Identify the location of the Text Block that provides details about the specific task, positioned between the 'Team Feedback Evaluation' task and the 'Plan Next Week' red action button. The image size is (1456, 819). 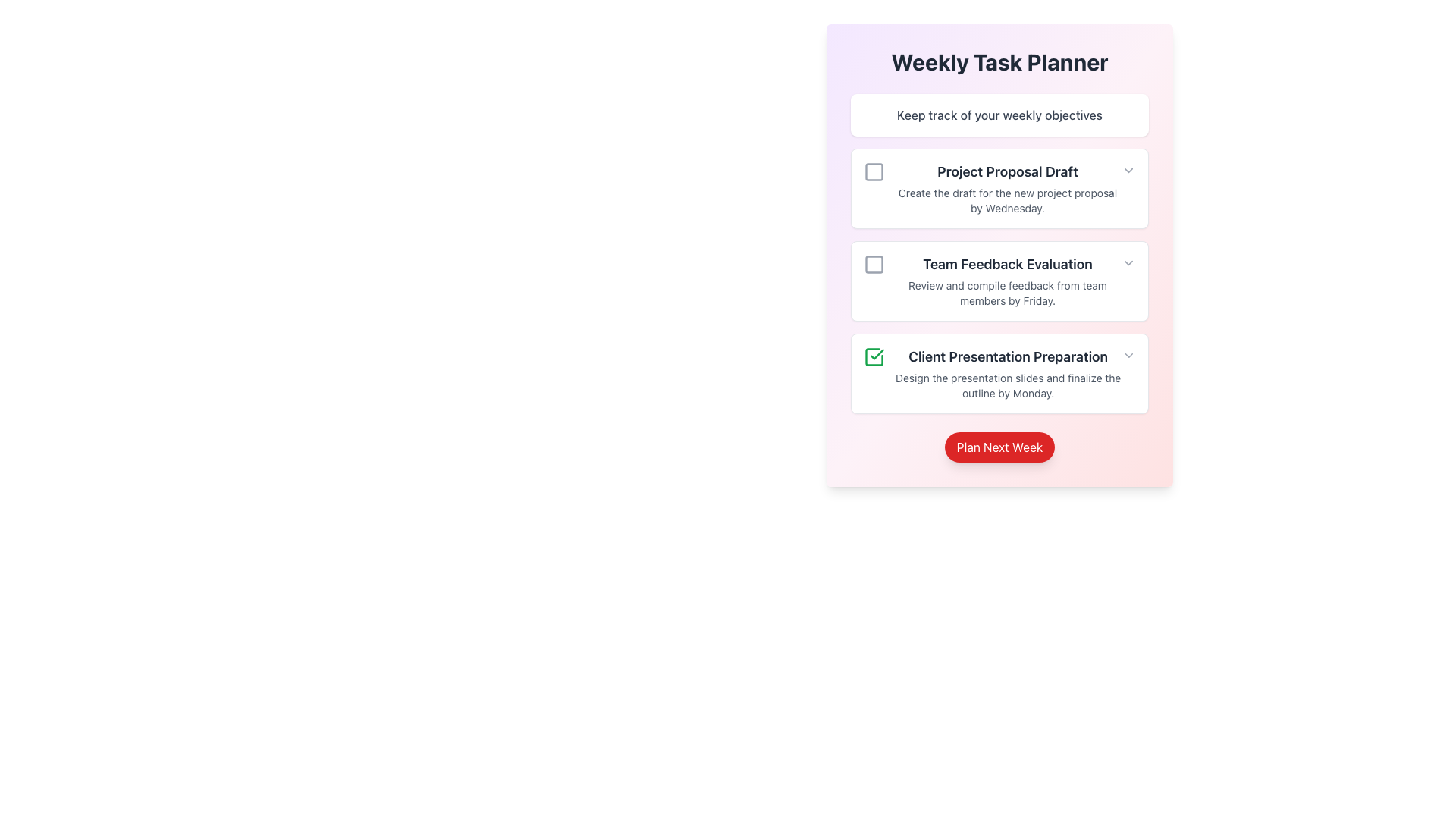
(1008, 374).